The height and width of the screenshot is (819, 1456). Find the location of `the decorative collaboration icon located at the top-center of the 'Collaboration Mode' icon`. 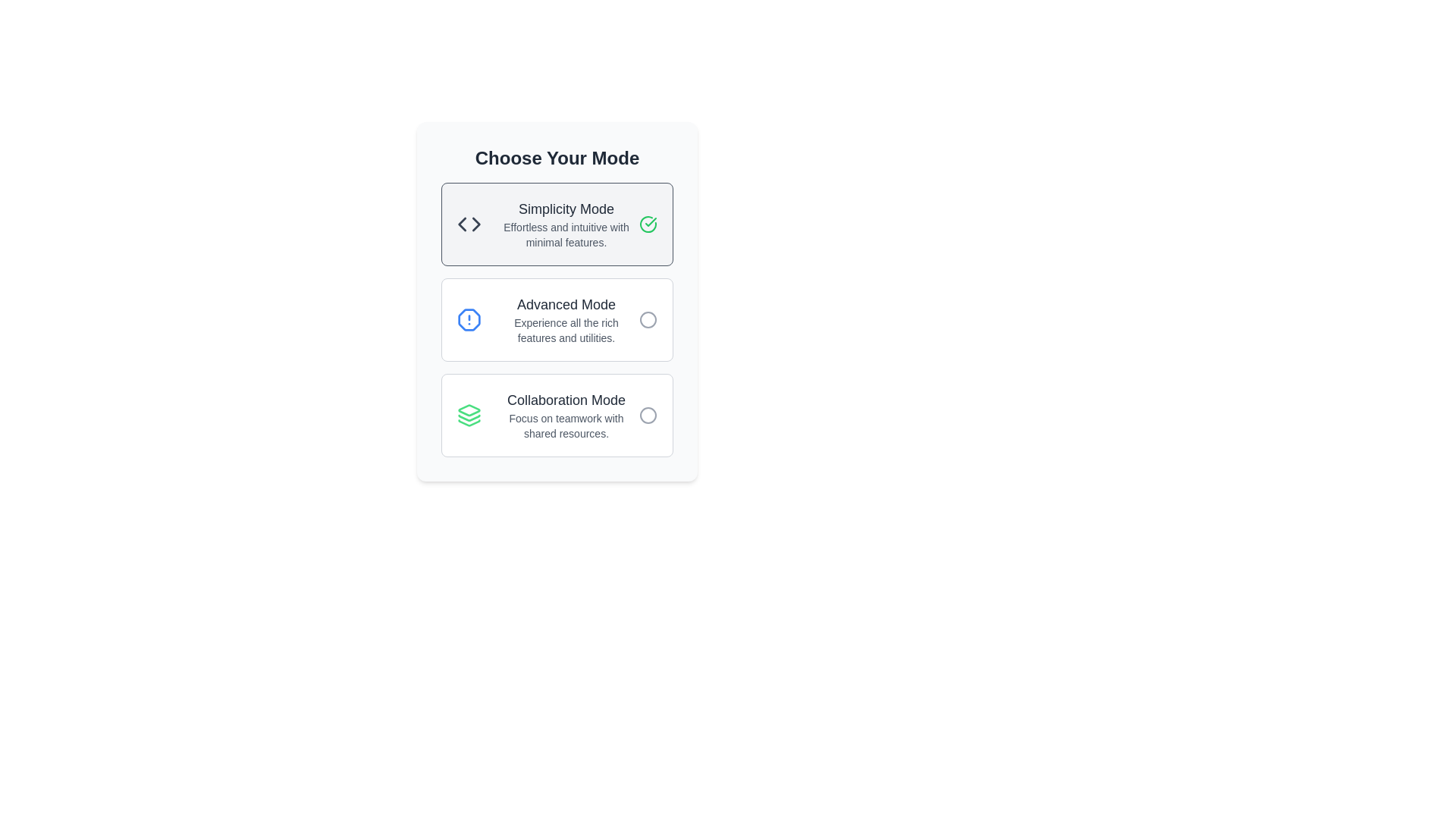

the decorative collaboration icon located at the top-center of the 'Collaboration Mode' icon is located at coordinates (469, 410).